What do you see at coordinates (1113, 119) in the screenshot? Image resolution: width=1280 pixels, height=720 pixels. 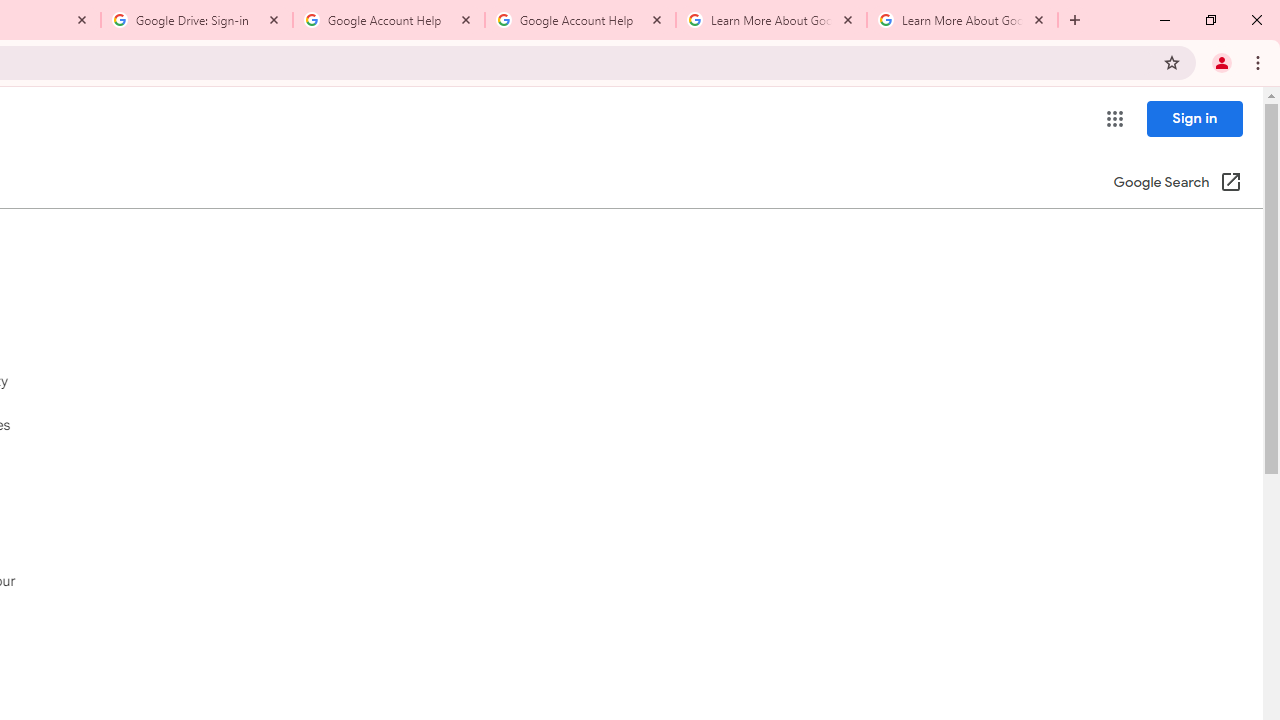 I see `'Google apps'` at bounding box center [1113, 119].